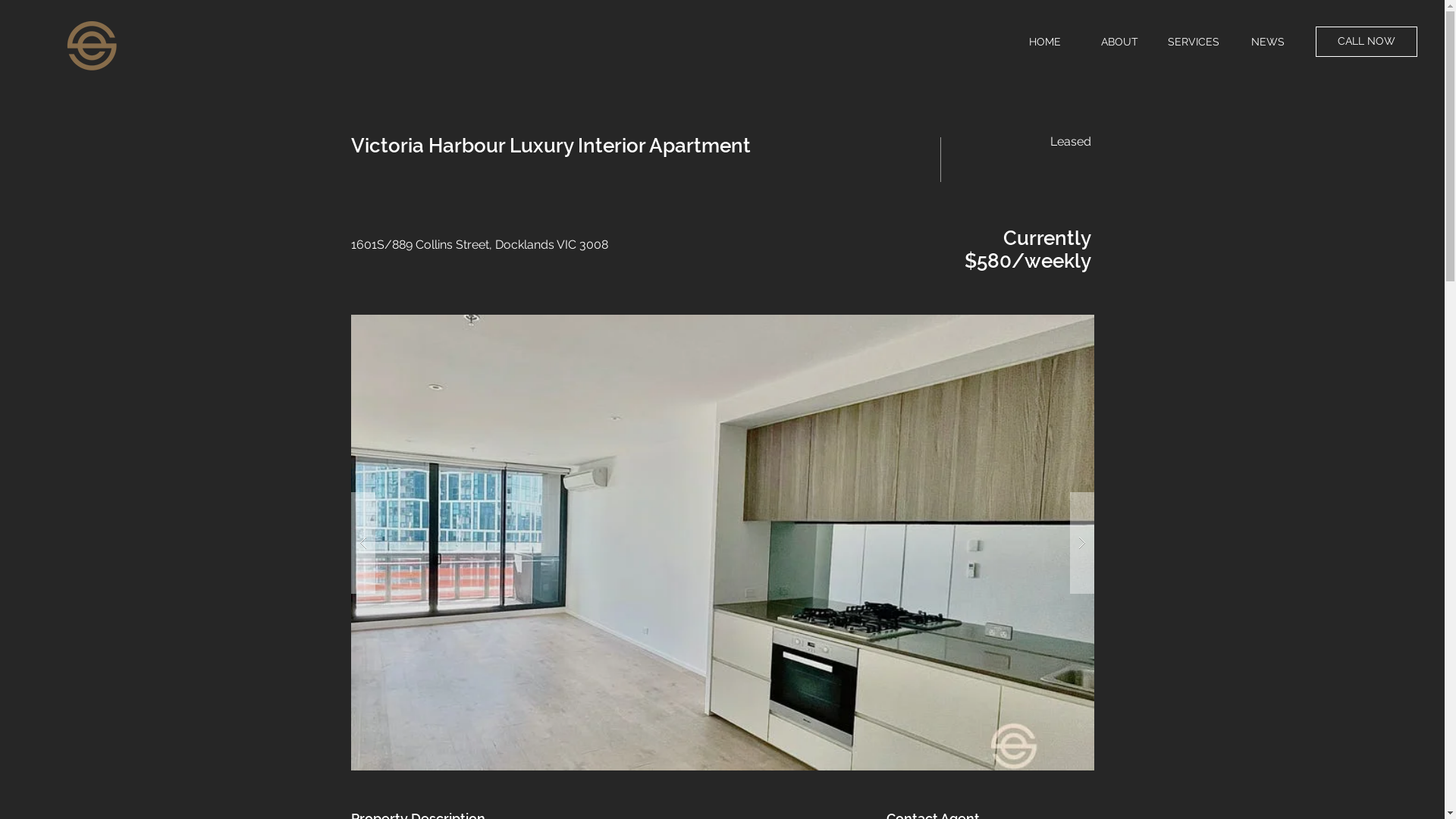 The width and height of the screenshot is (1456, 819). I want to click on 'HOME', so click(1043, 40).